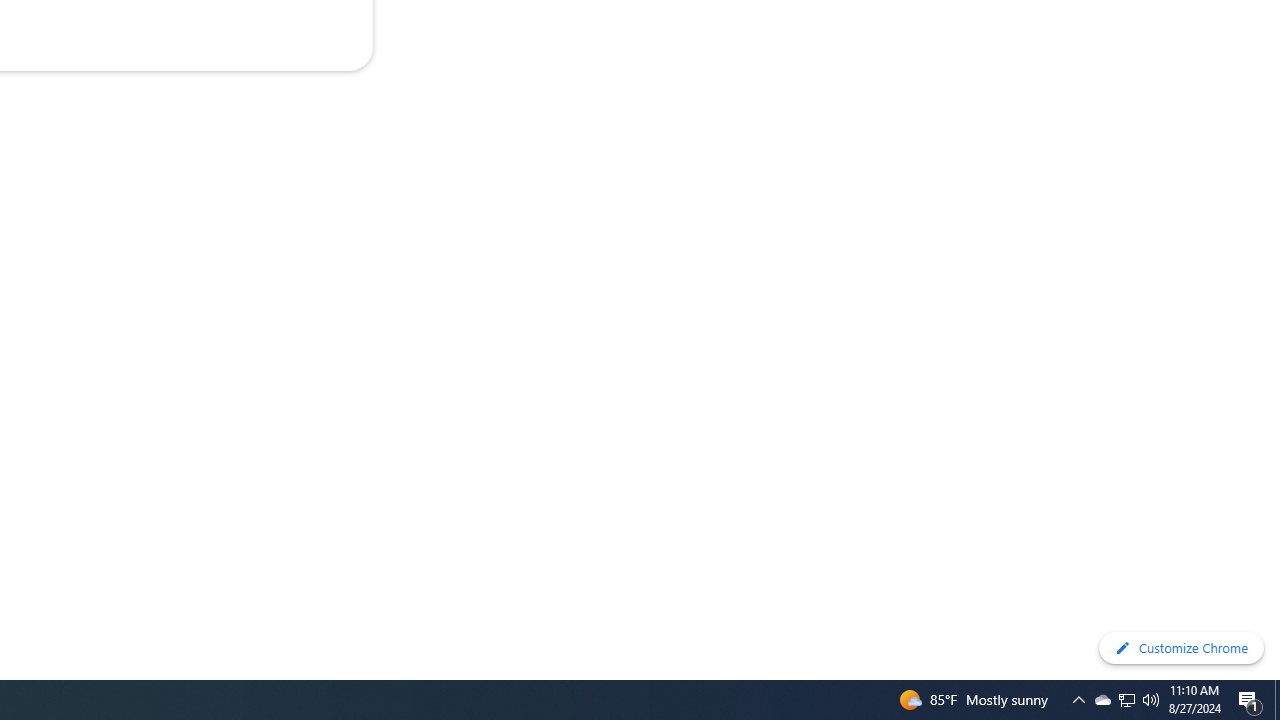 The height and width of the screenshot is (720, 1280). What do you see at coordinates (1181, 648) in the screenshot?
I see `'Customize Chrome'` at bounding box center [1181, 648].